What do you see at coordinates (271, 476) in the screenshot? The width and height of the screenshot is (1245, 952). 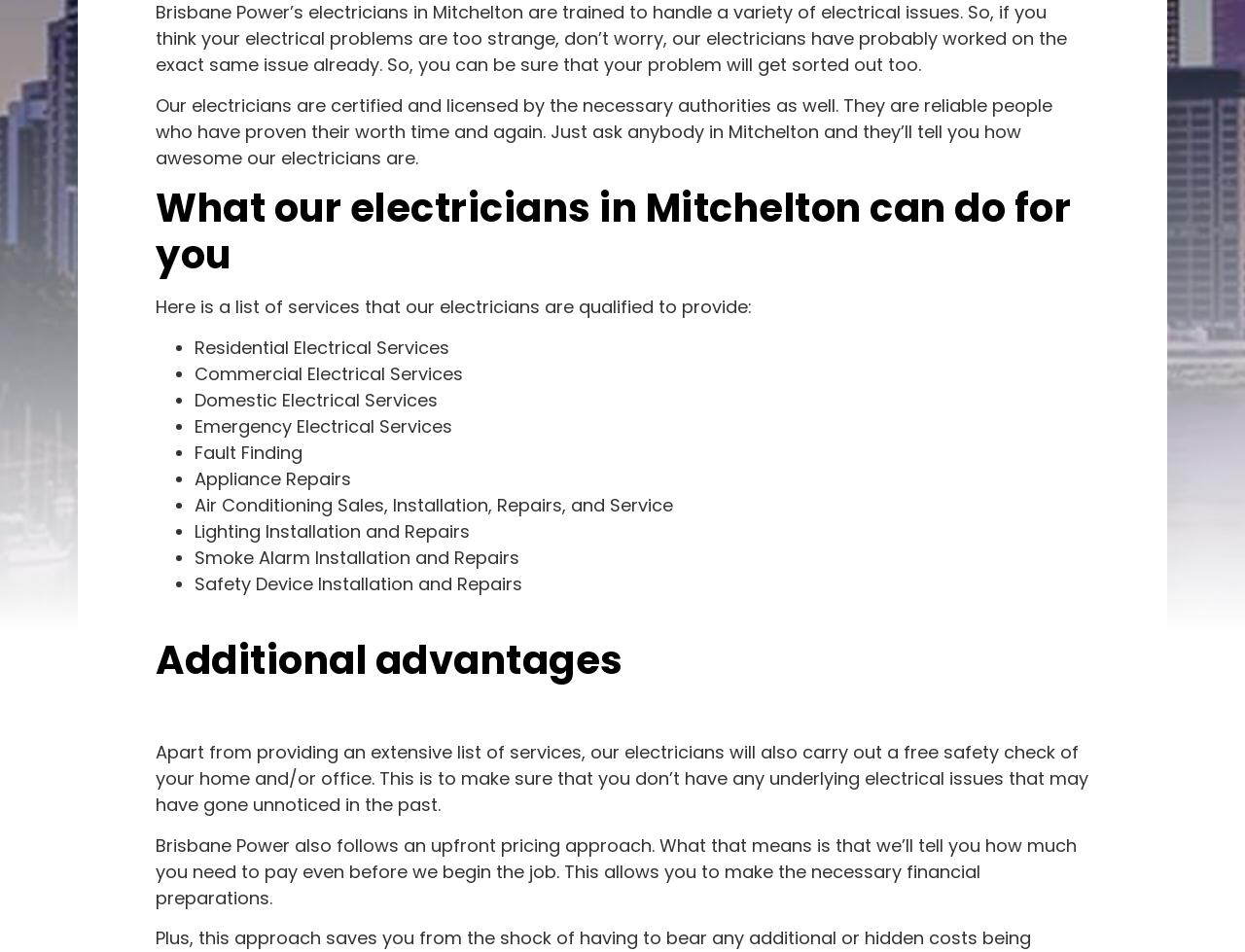 I see `'Appliance Repairs'` at bounding box center [271, 476].